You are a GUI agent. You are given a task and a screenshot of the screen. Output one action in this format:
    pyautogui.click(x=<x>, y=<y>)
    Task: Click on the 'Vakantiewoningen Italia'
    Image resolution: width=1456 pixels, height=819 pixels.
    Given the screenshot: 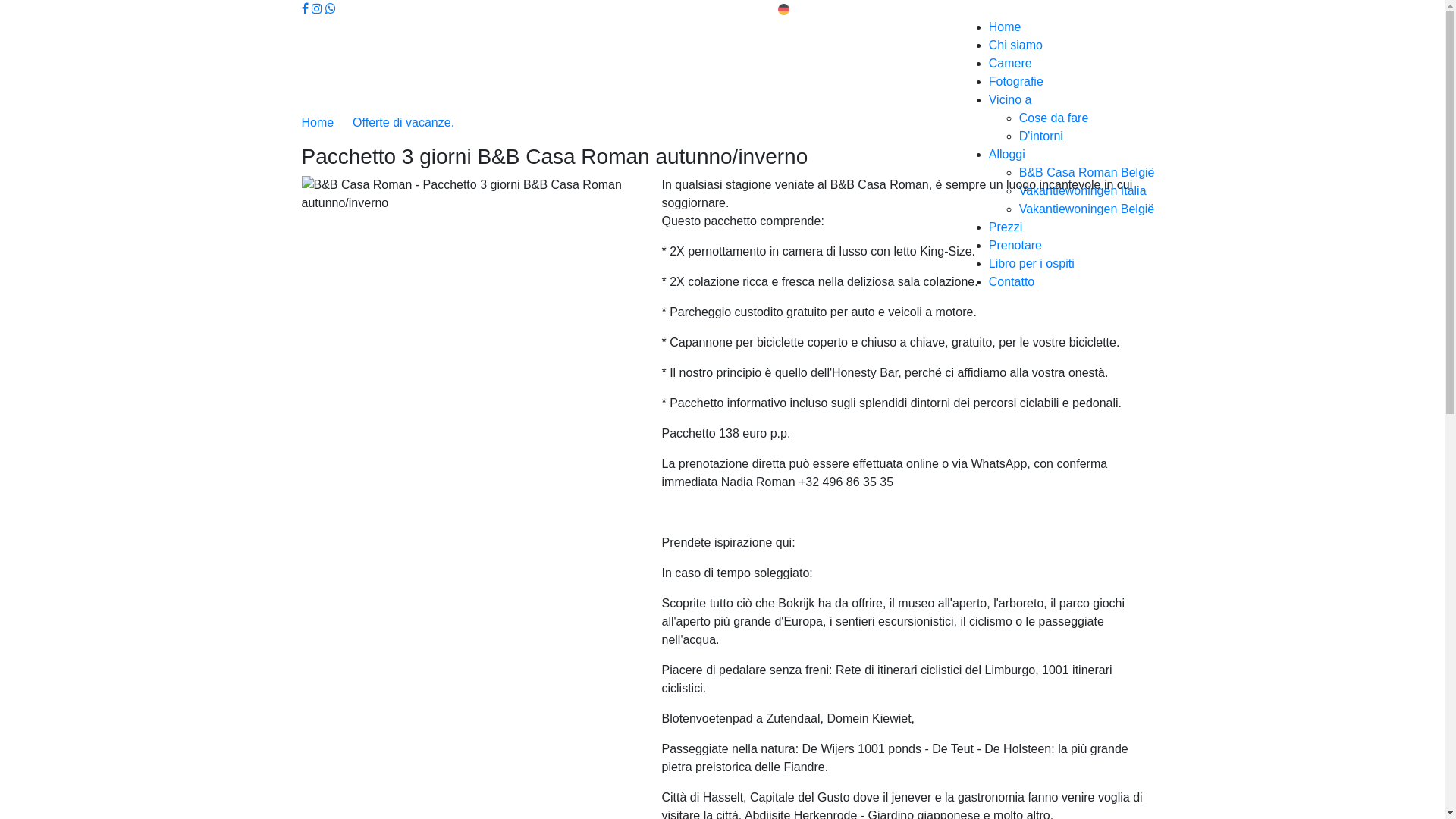 What is the action you would take?
    pyautogui.click(x=1081, y=190)
    